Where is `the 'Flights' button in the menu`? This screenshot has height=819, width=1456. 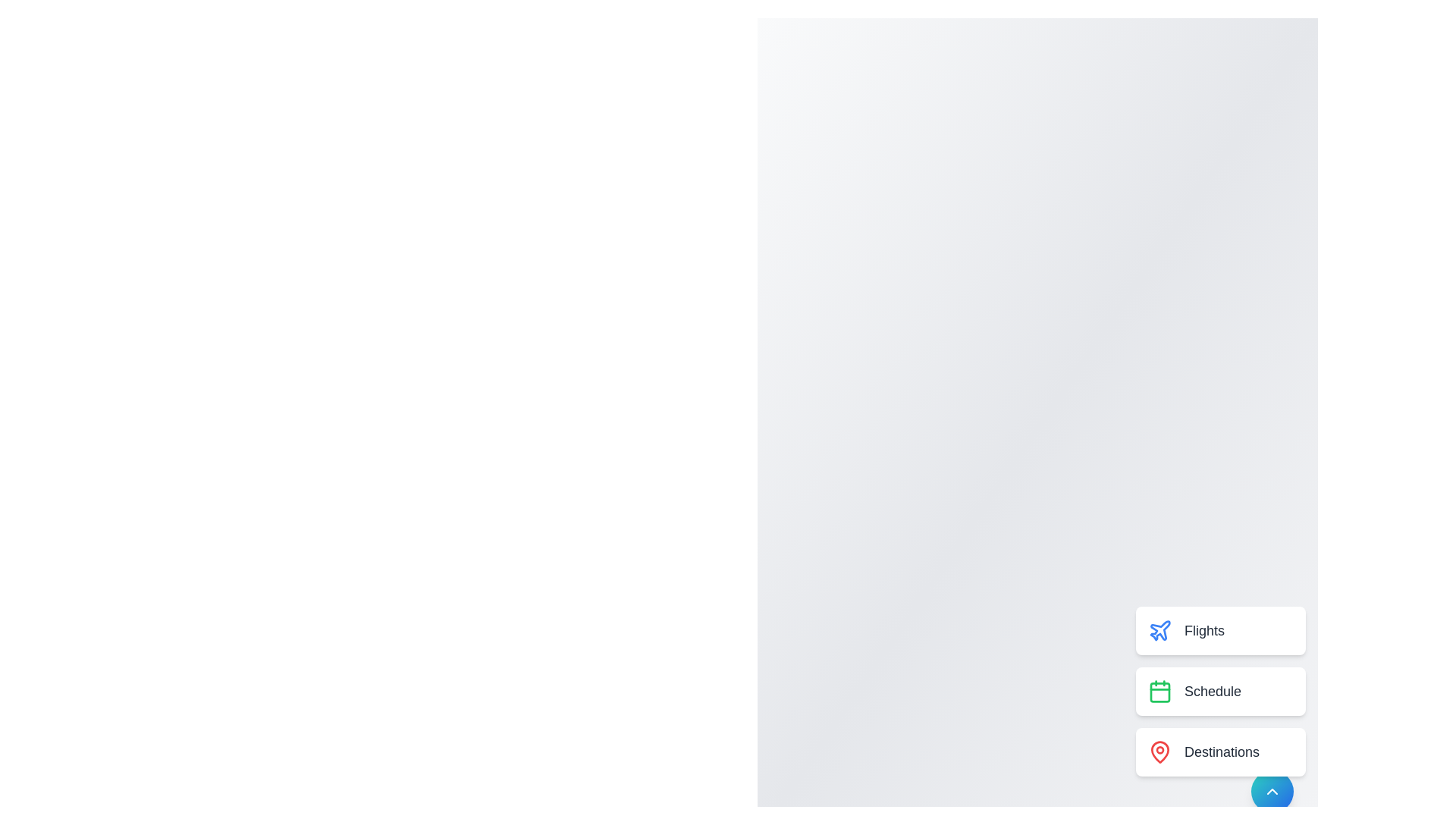 the 'Flights' button in the menu is located at coordinates (1220, 631).